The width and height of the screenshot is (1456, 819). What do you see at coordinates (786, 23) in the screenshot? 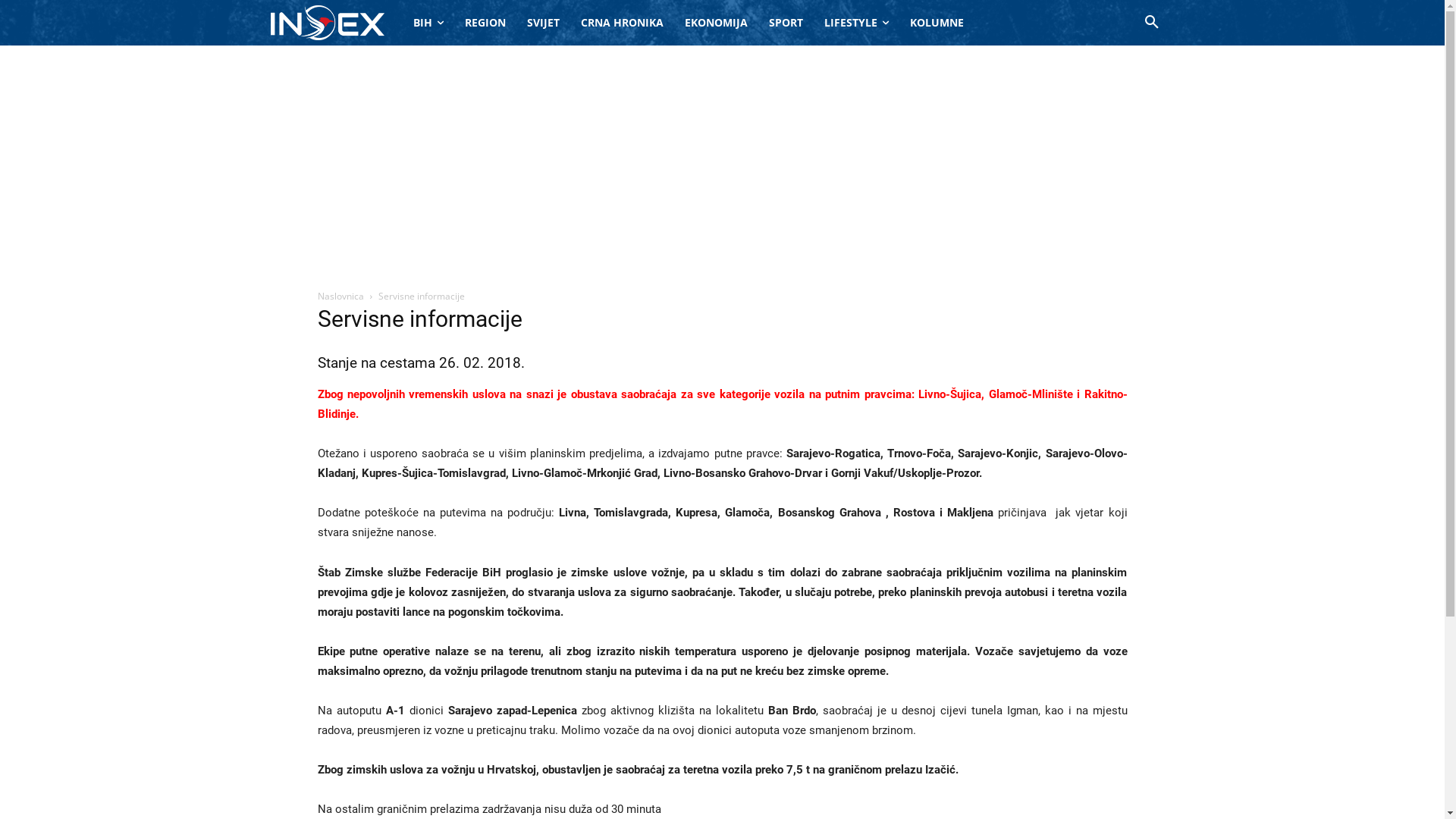
I see `'SPORT'` at bounding box center [786, 23].